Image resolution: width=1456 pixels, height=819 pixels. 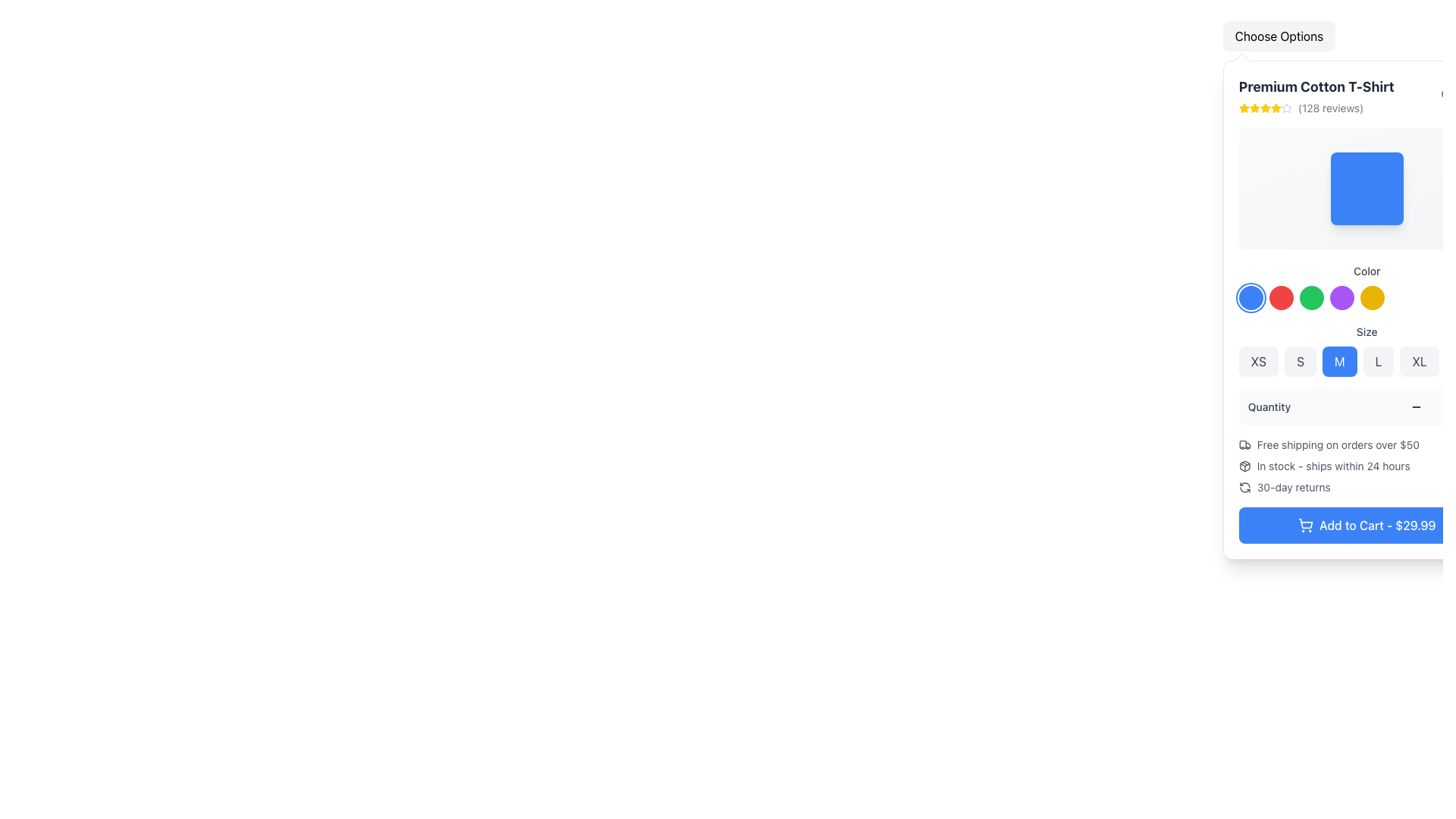 What do you see at coordinates (1339, 362) in the screenshot?
I see `the medium-sized blue button with white text displaying 'M' in the size selector group` at bounding box center [1339, 362].